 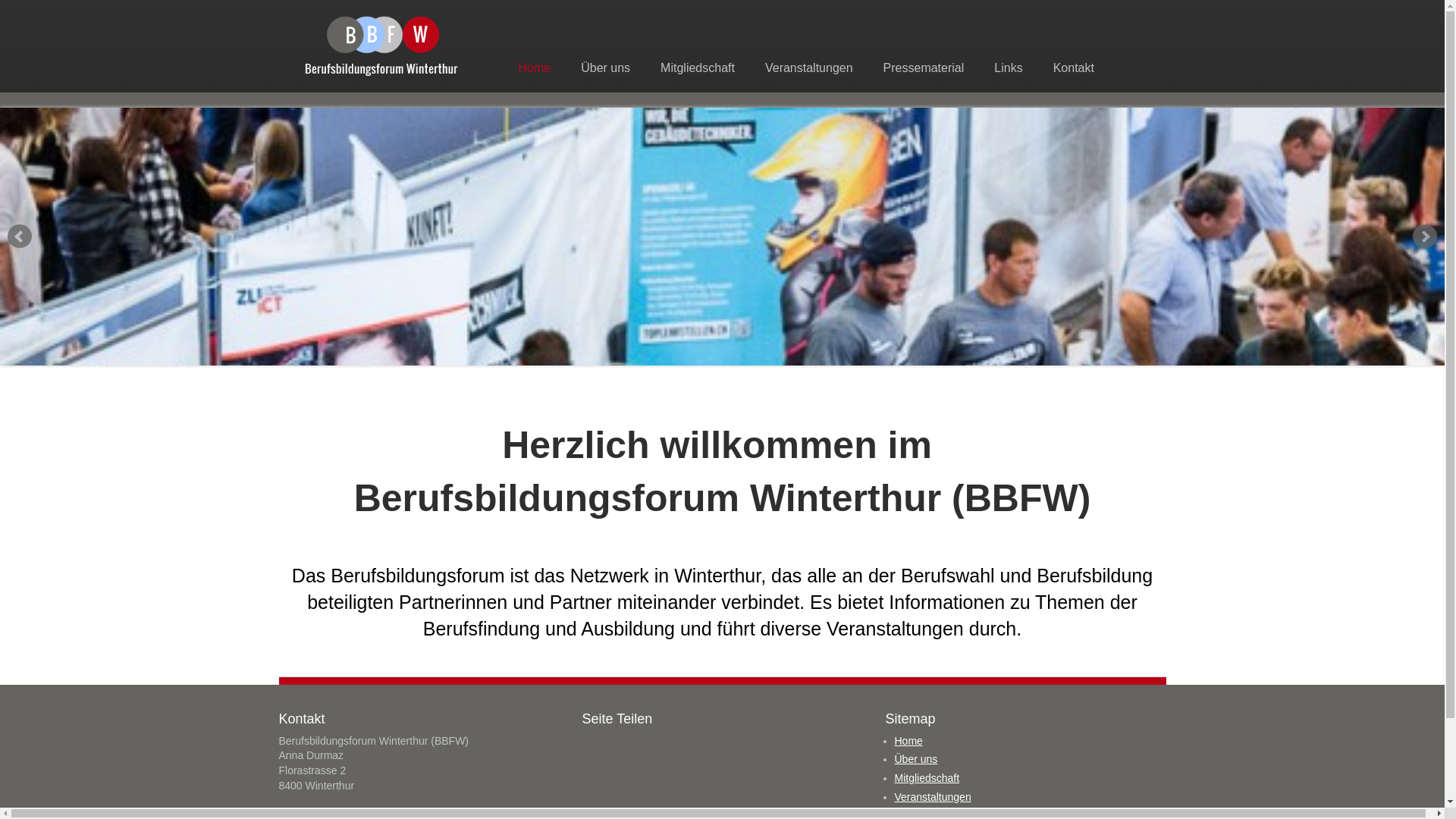 What do you see at coordinates (895, 739) in the screenshot?
I see `'Home'` at bounding box center [895, 739].